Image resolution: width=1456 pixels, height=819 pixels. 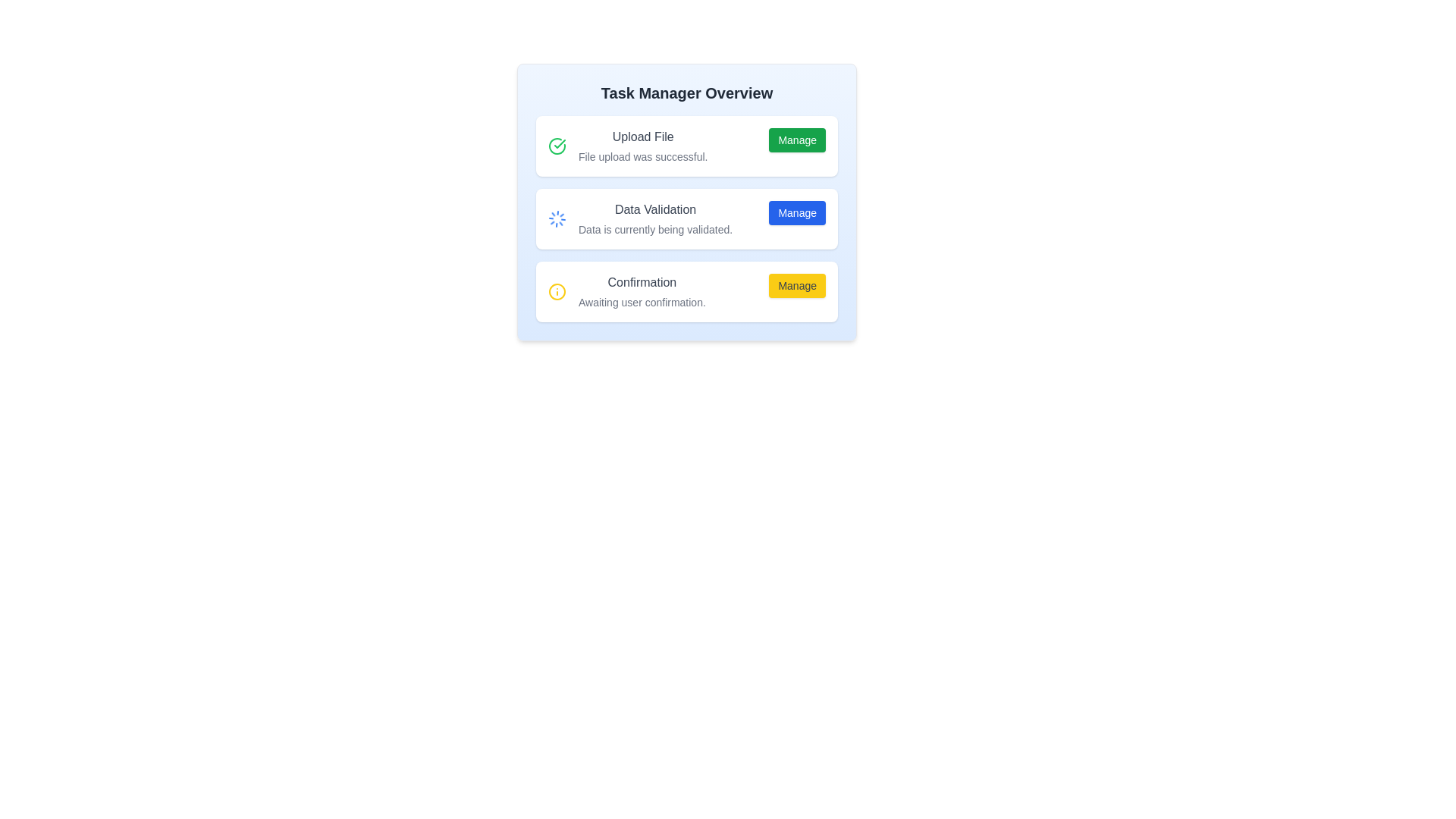 I want to click on the circular green checkmark icon indicating success, which is located to the left of the 'Upload File' text in the topmost section of the interface, so click(x=556, y=146).